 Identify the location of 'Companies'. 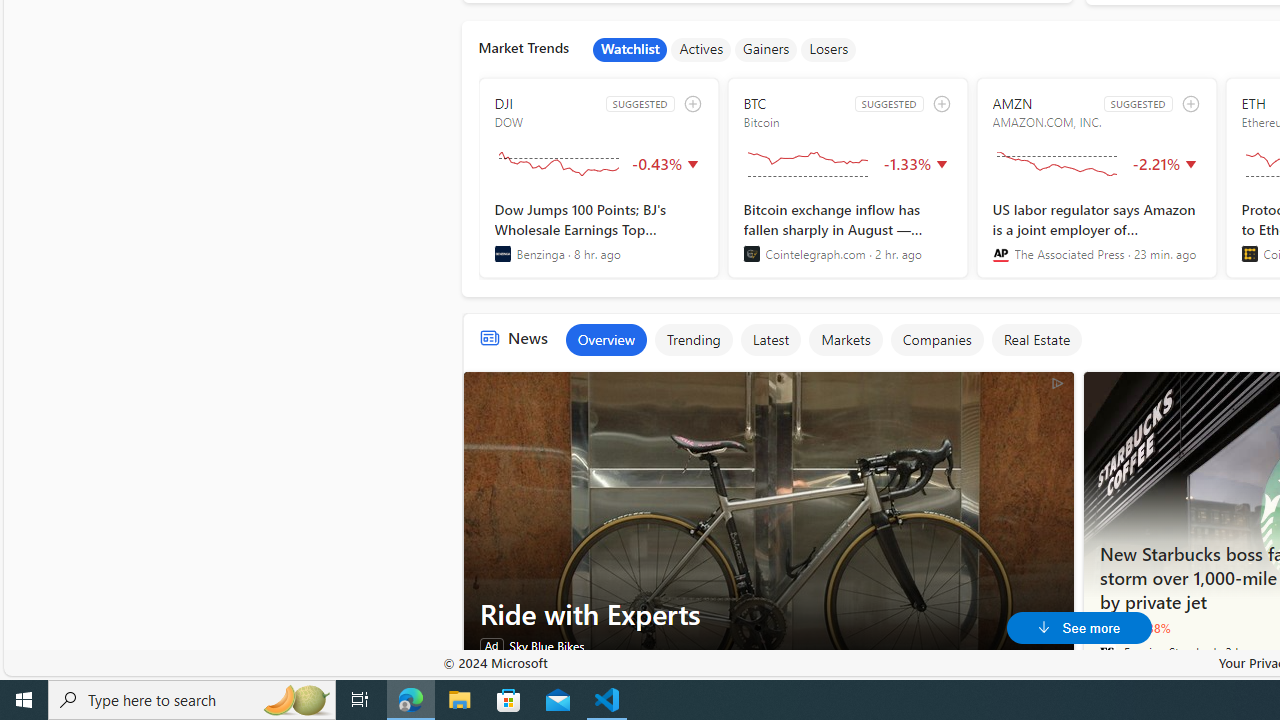
(935, 338).